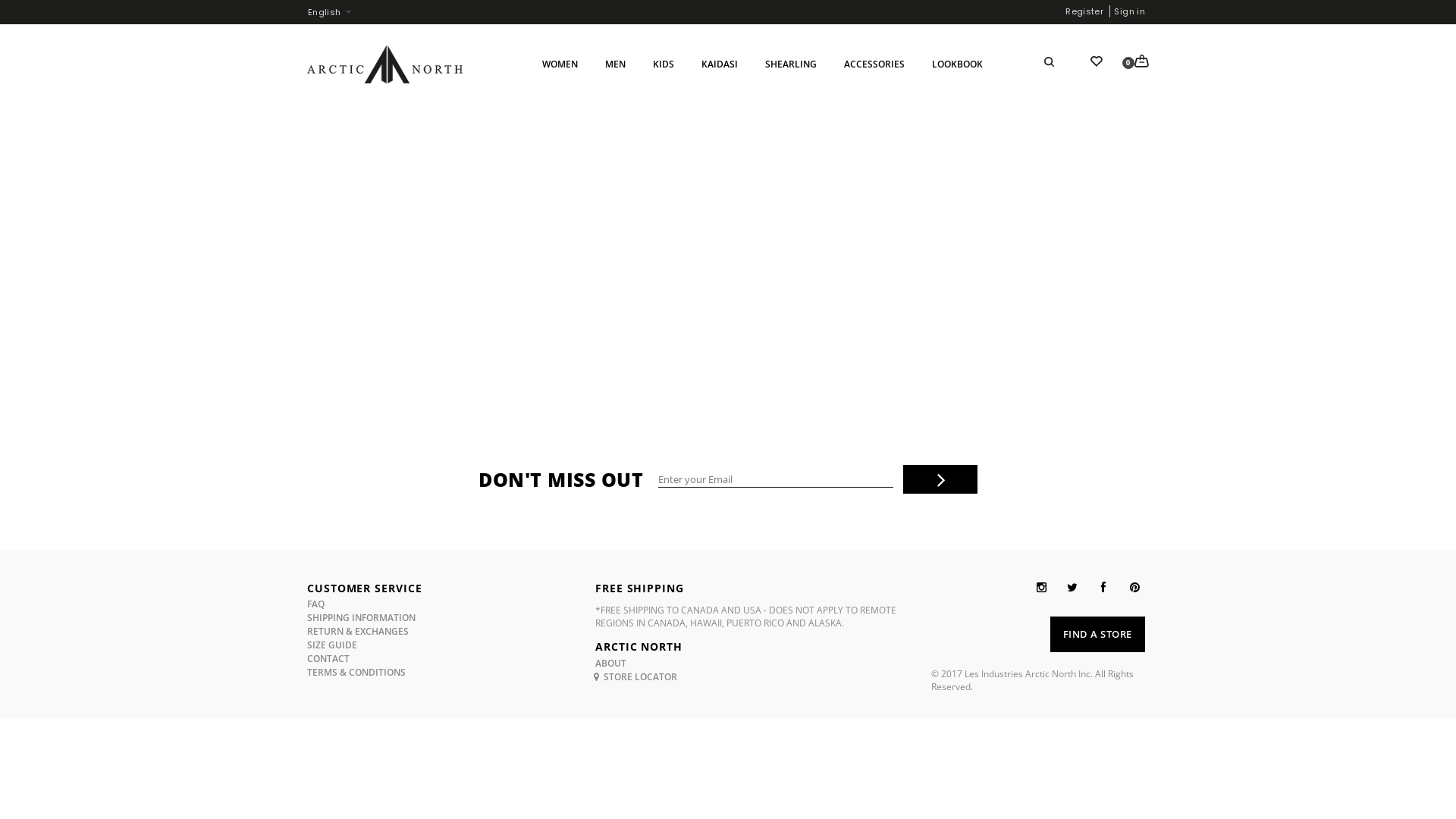 The width and height of the screenshot is (1456, 819). I want to click on 'Sign up for our newsletter', so click(775, 479).